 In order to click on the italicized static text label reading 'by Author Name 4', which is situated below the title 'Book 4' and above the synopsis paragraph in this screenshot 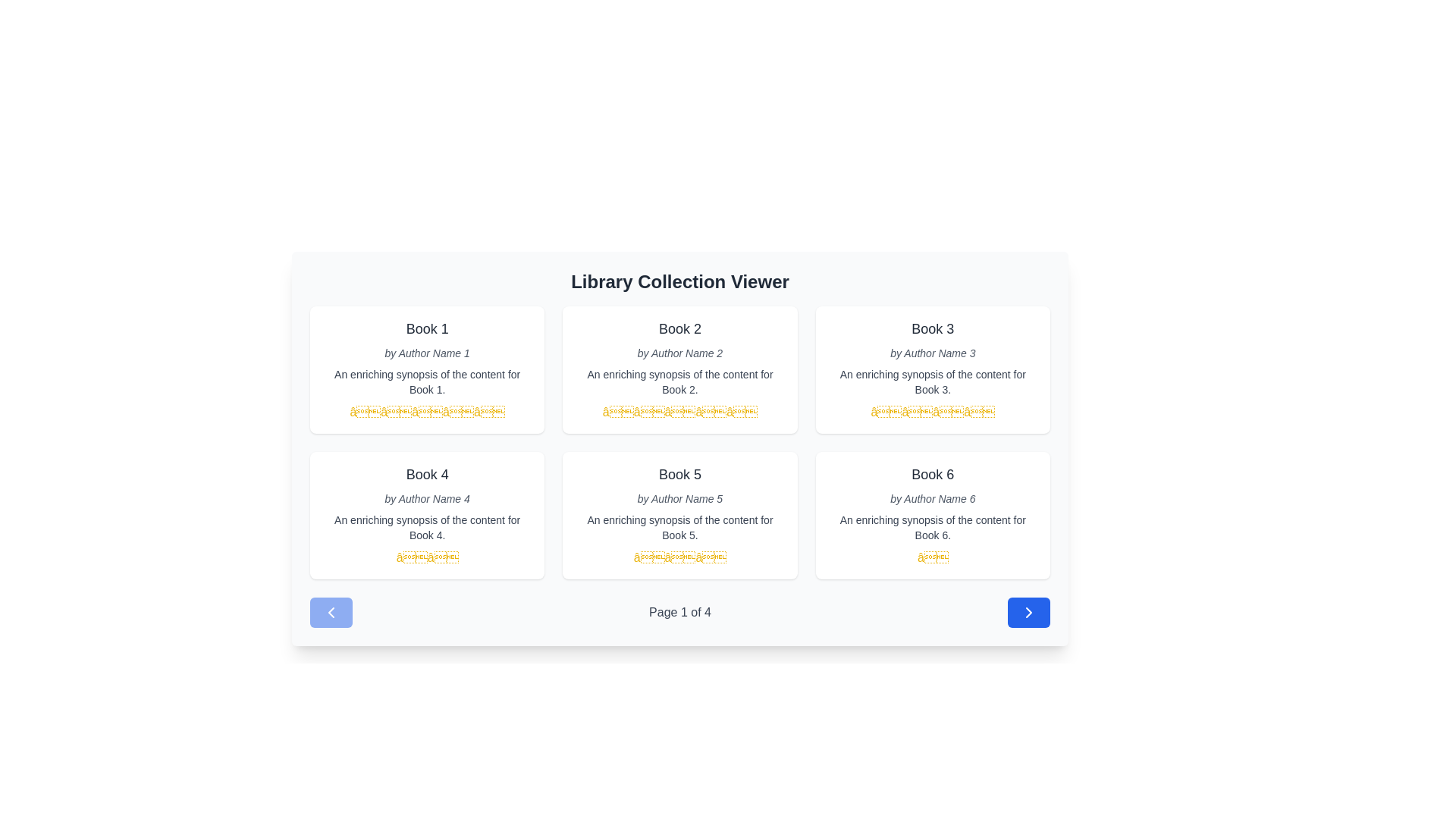, I will do `click(426, 499)`.